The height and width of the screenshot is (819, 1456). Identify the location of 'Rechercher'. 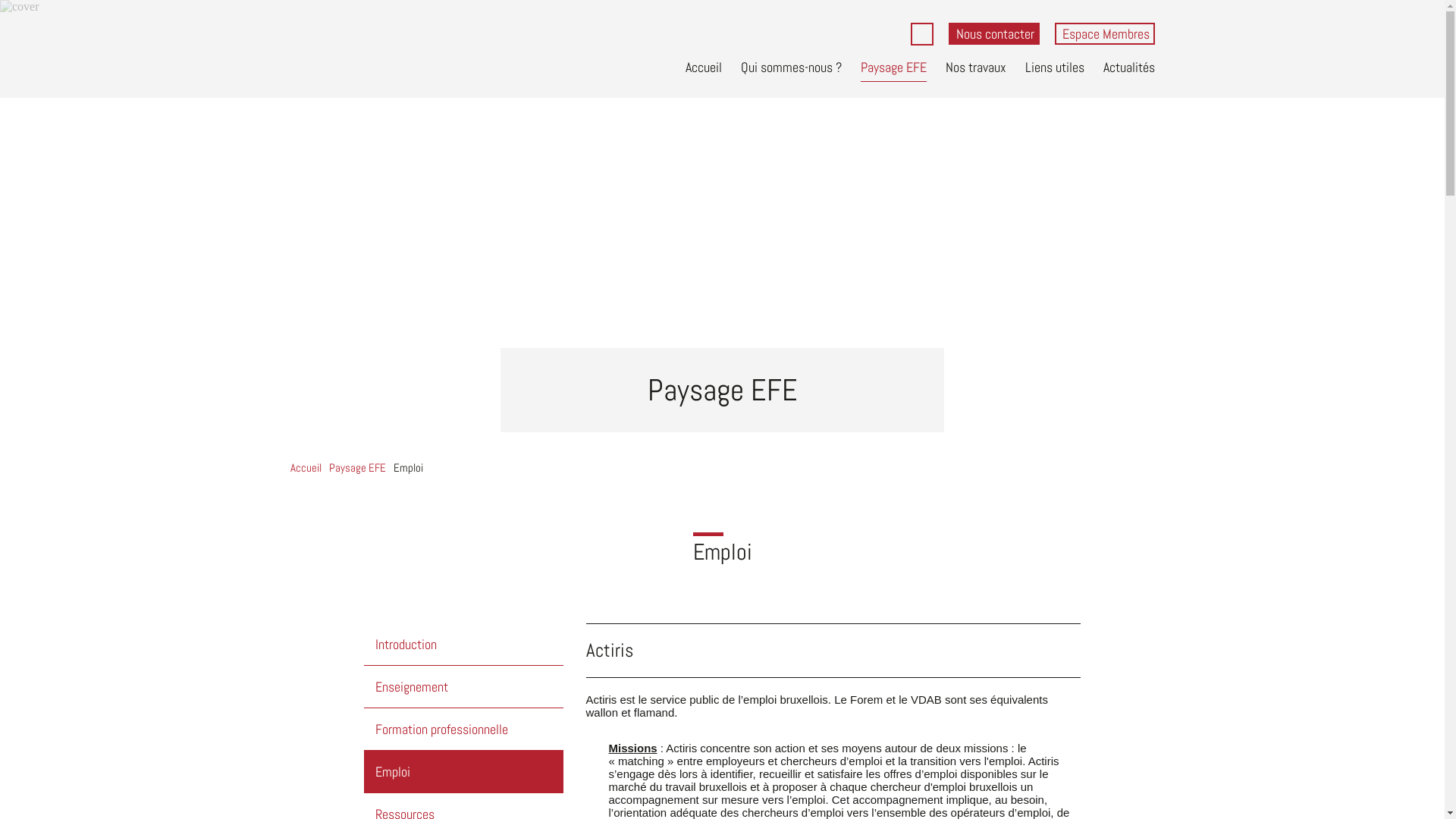
(968, 42).